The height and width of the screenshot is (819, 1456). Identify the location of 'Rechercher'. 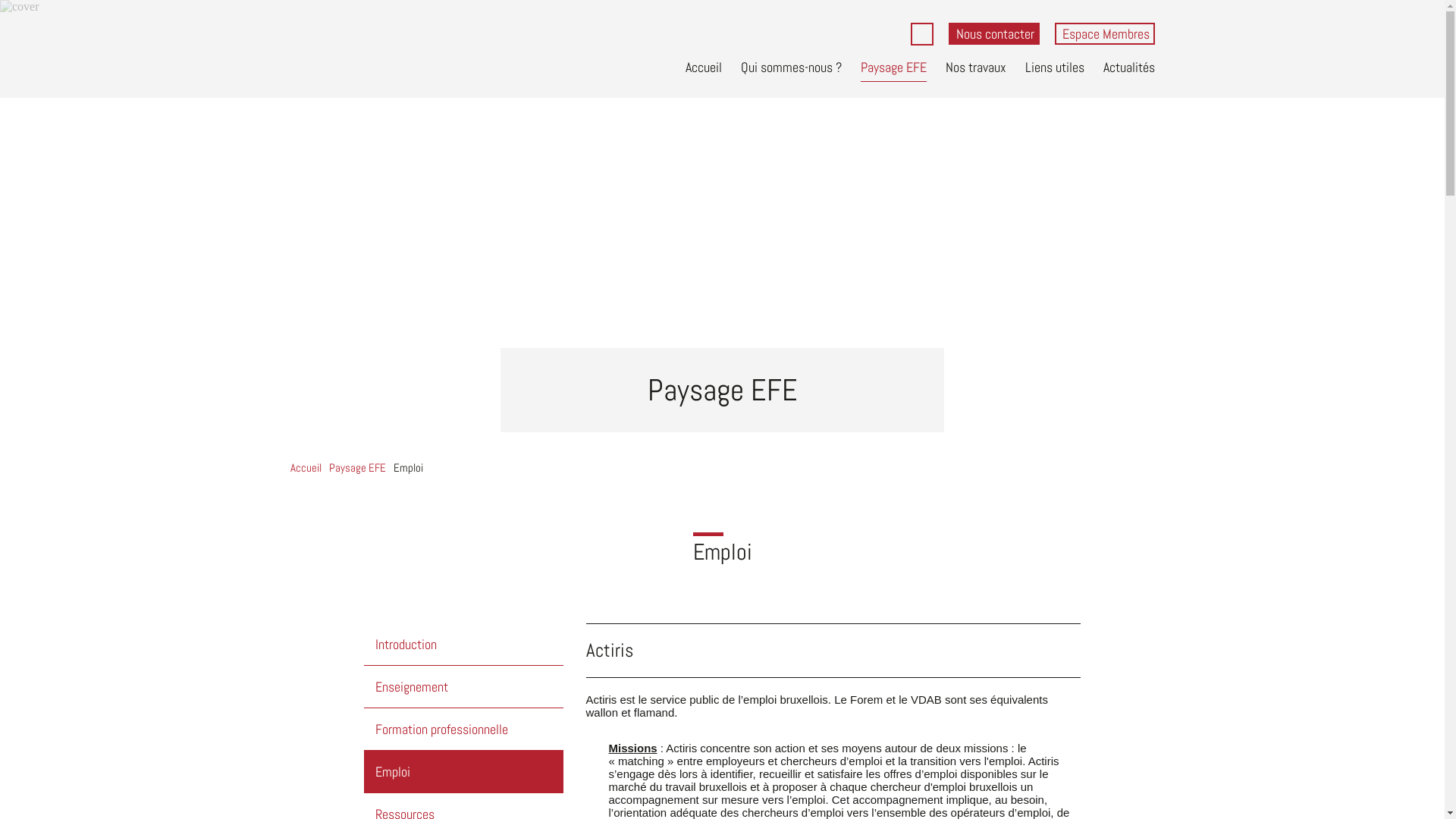
(968, 42).